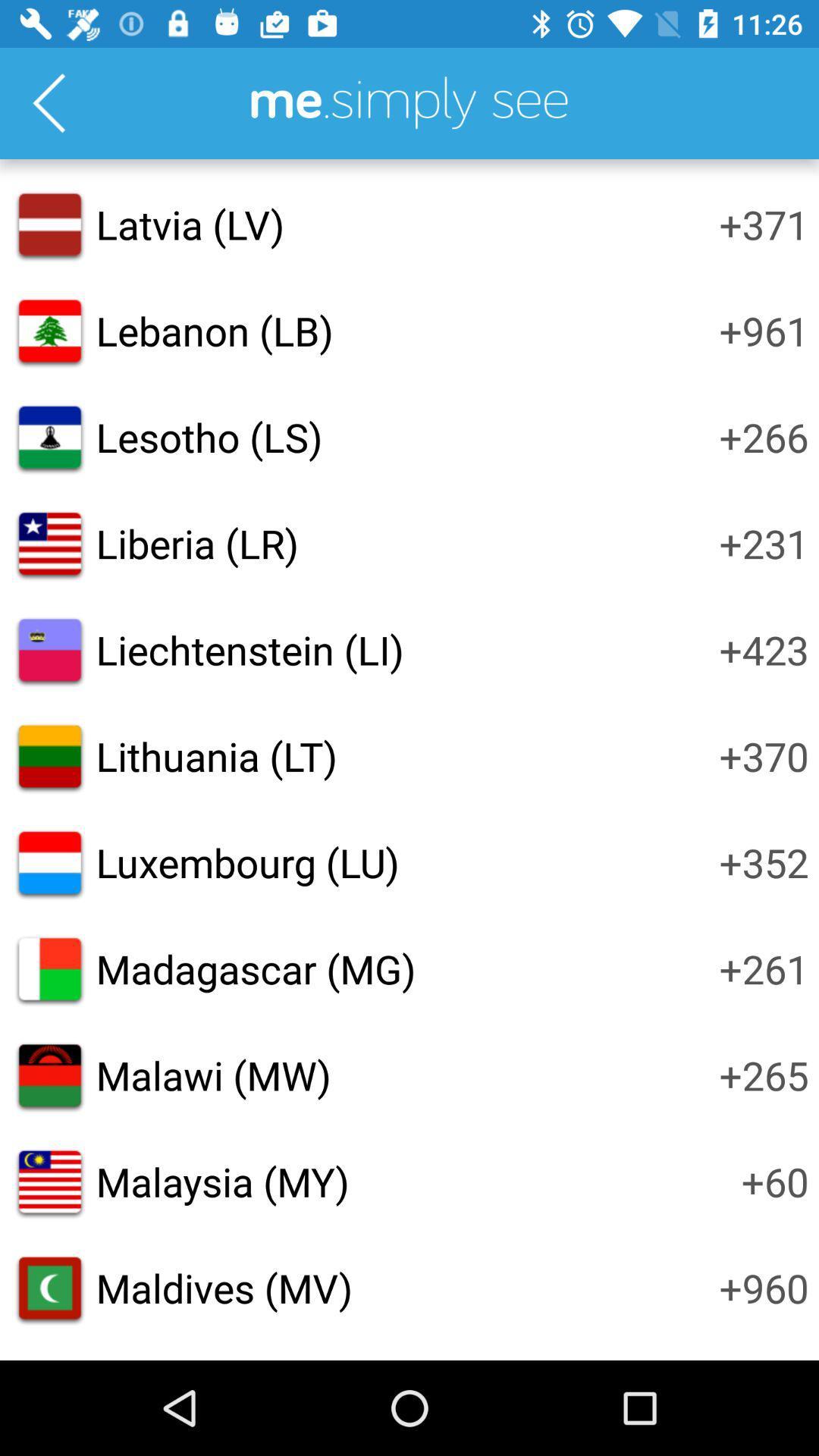 The height and width of the screenshot is (1456, 819). Describe the element at coordinates (764, 862) in the screenshot. I see `item above the +261 icon` at that location.